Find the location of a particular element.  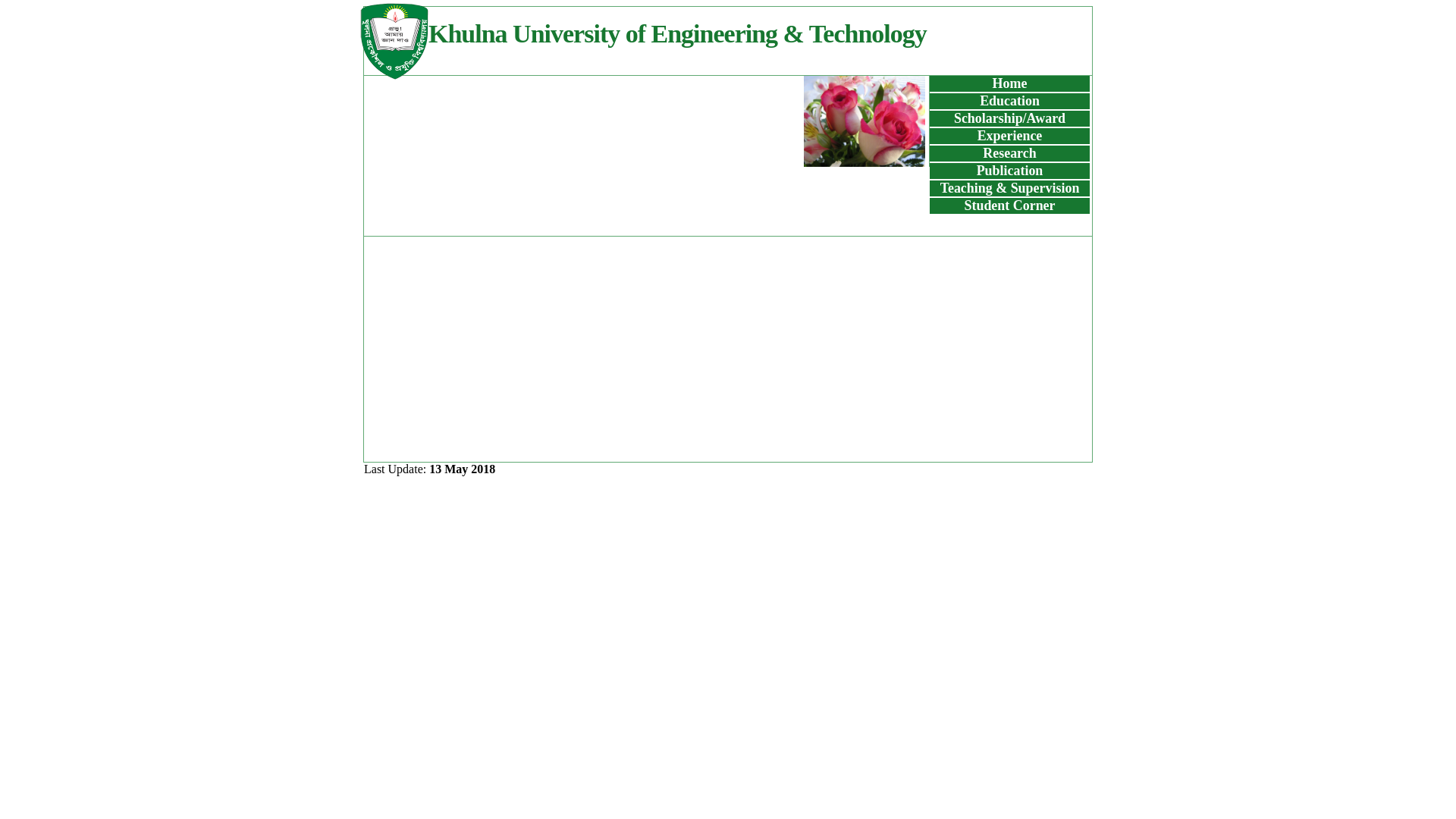

'Scholarship/Award' is located at coordinates (1009, 117).